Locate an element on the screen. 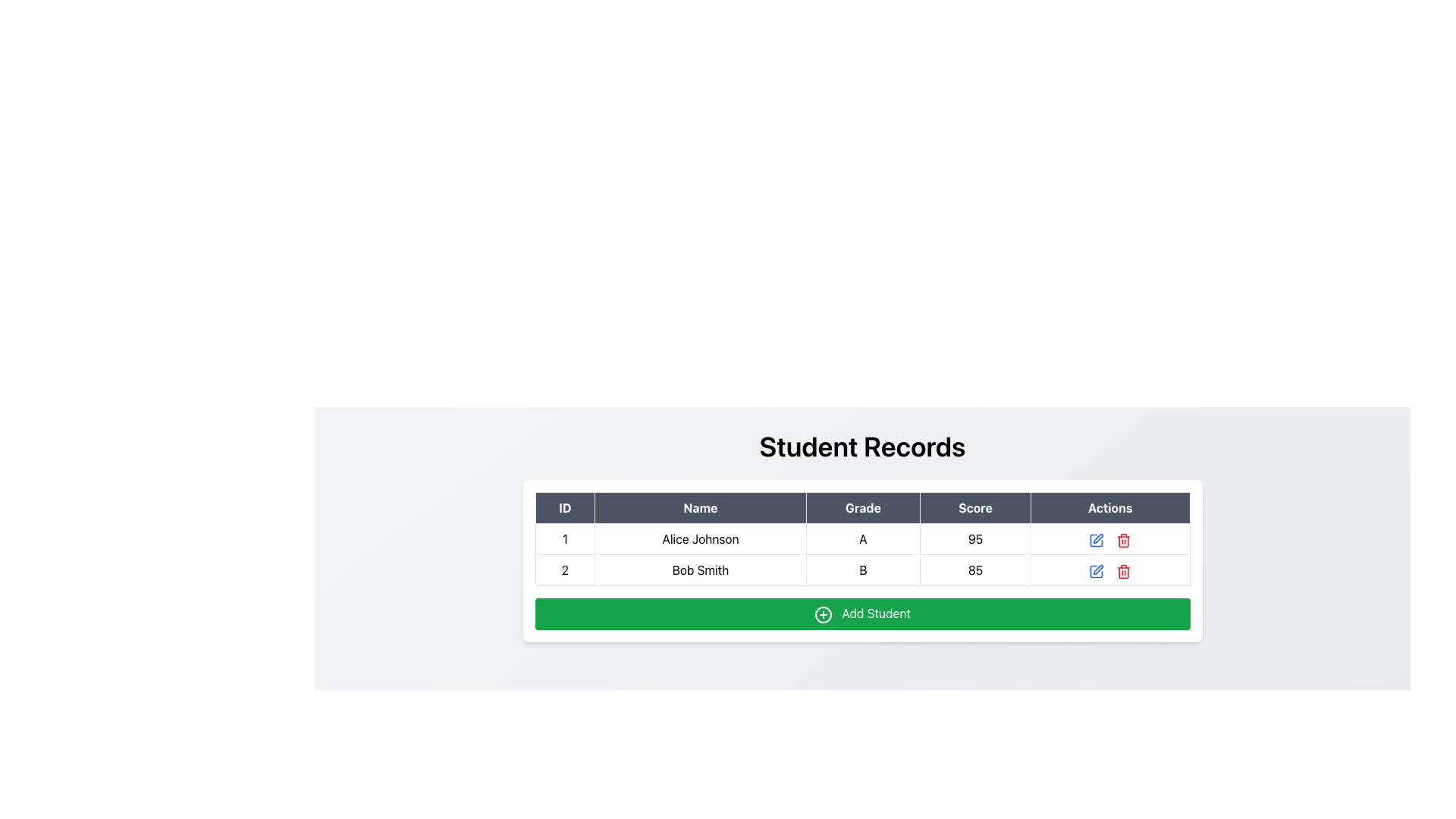 The height and width of the screenshot is (819, 1456). the 'Name' Table Header Cell, which is the second cell from the left in the header row of the 'Student Records' table, located between 'ID' and 'Grade' is located at coordinates (699, 508).